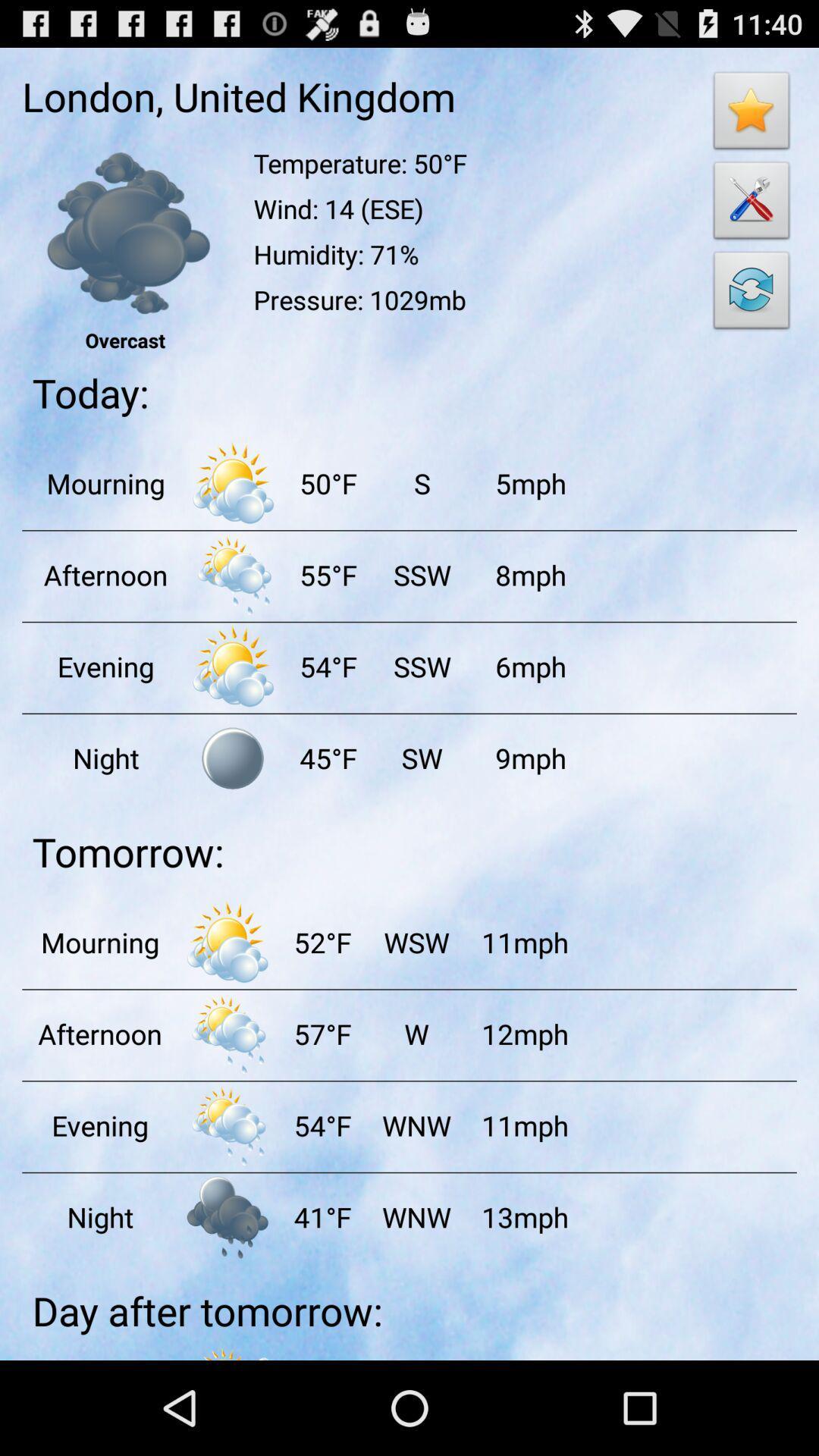  I want to click on item above the today: app, so click(752, 294).